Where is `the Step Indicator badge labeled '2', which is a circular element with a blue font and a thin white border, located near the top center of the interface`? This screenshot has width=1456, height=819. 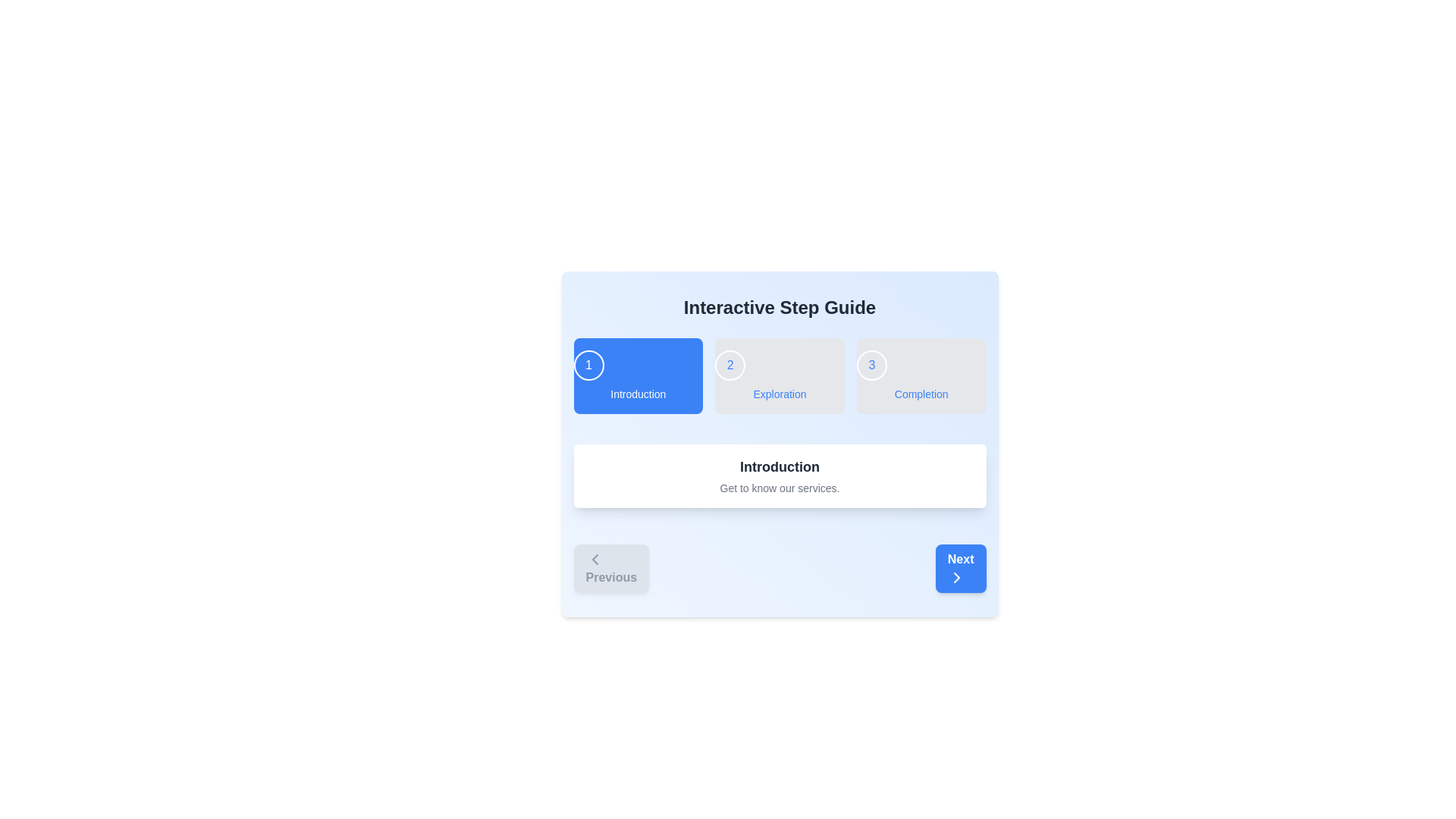
the Step Indicator badge labeled '2', which is a circular element with a blue font and a thin white border, located near the top center of the interface is located at coordinates (730, 366).